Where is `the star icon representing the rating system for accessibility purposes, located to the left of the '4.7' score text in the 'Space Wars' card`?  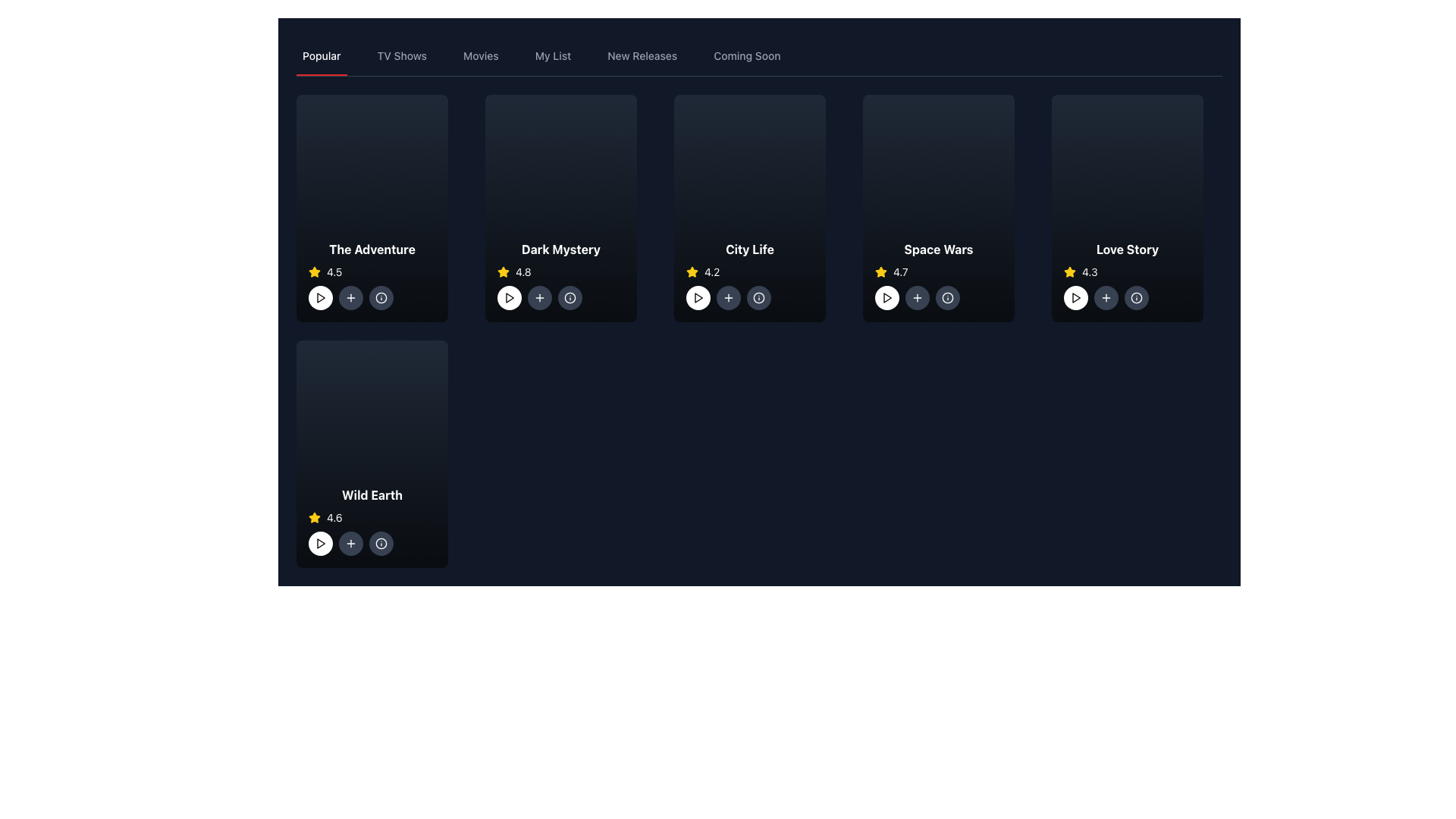 the star icon representing the rating system for accessibility purposes, located to the left of the '4.7' score text in the 'Space Wars' card is located at coordinates (880, 271).